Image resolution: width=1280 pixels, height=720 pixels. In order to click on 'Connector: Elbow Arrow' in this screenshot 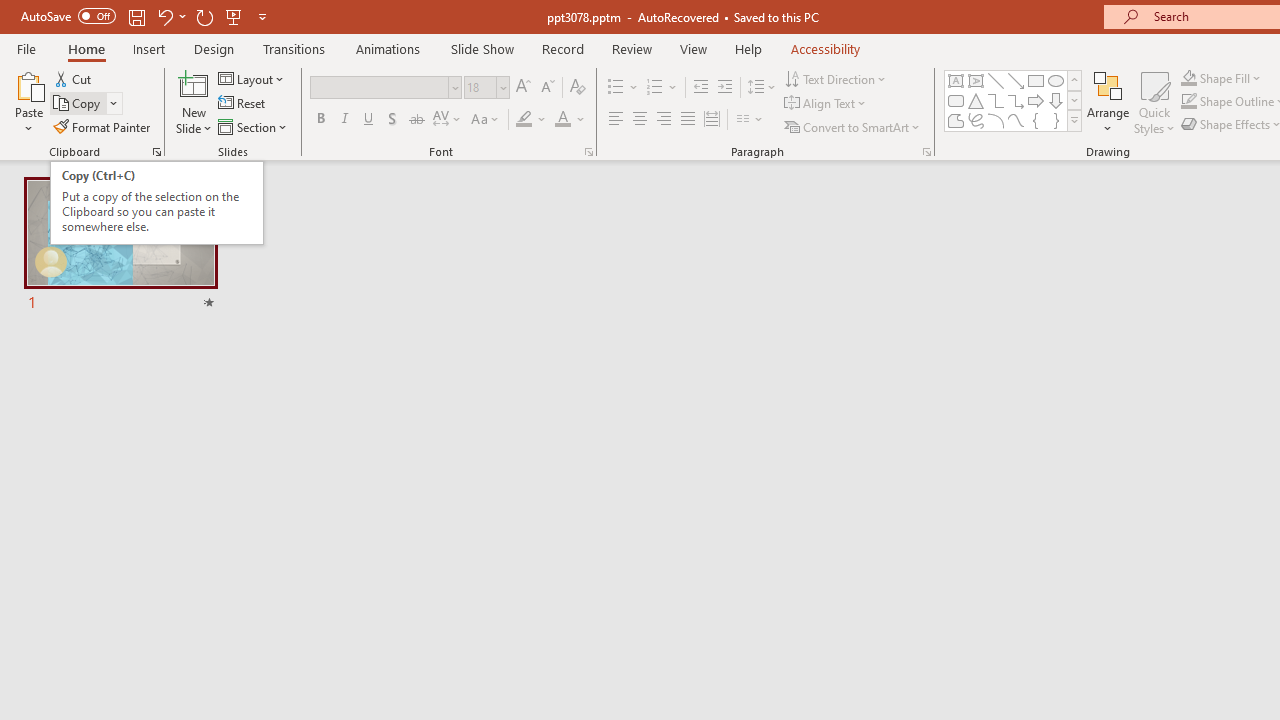, I will do `click(1016, 100)`.